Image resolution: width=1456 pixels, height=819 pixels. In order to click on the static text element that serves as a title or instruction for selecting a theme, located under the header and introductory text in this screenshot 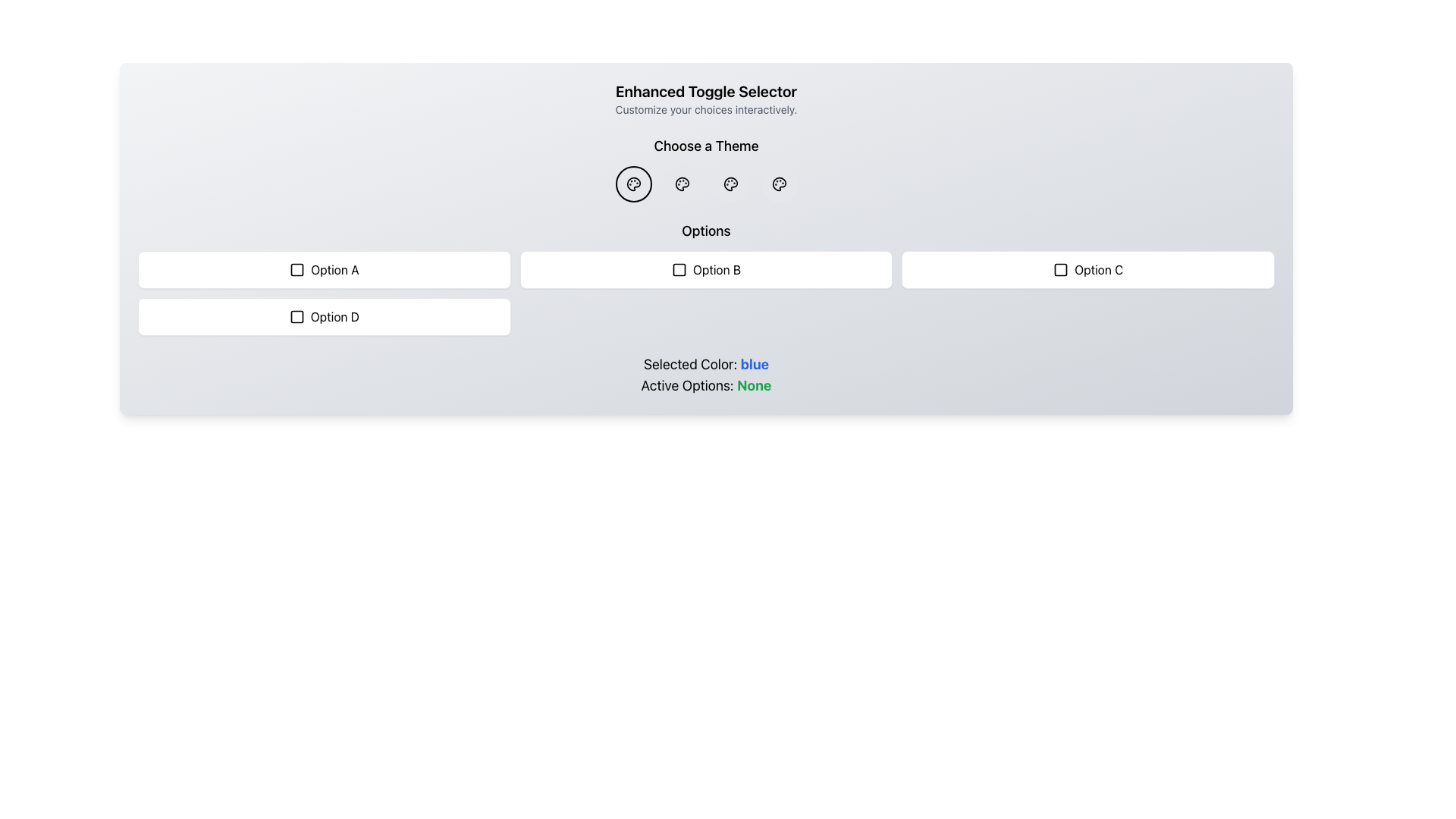, I will do `click(705, 146)`.